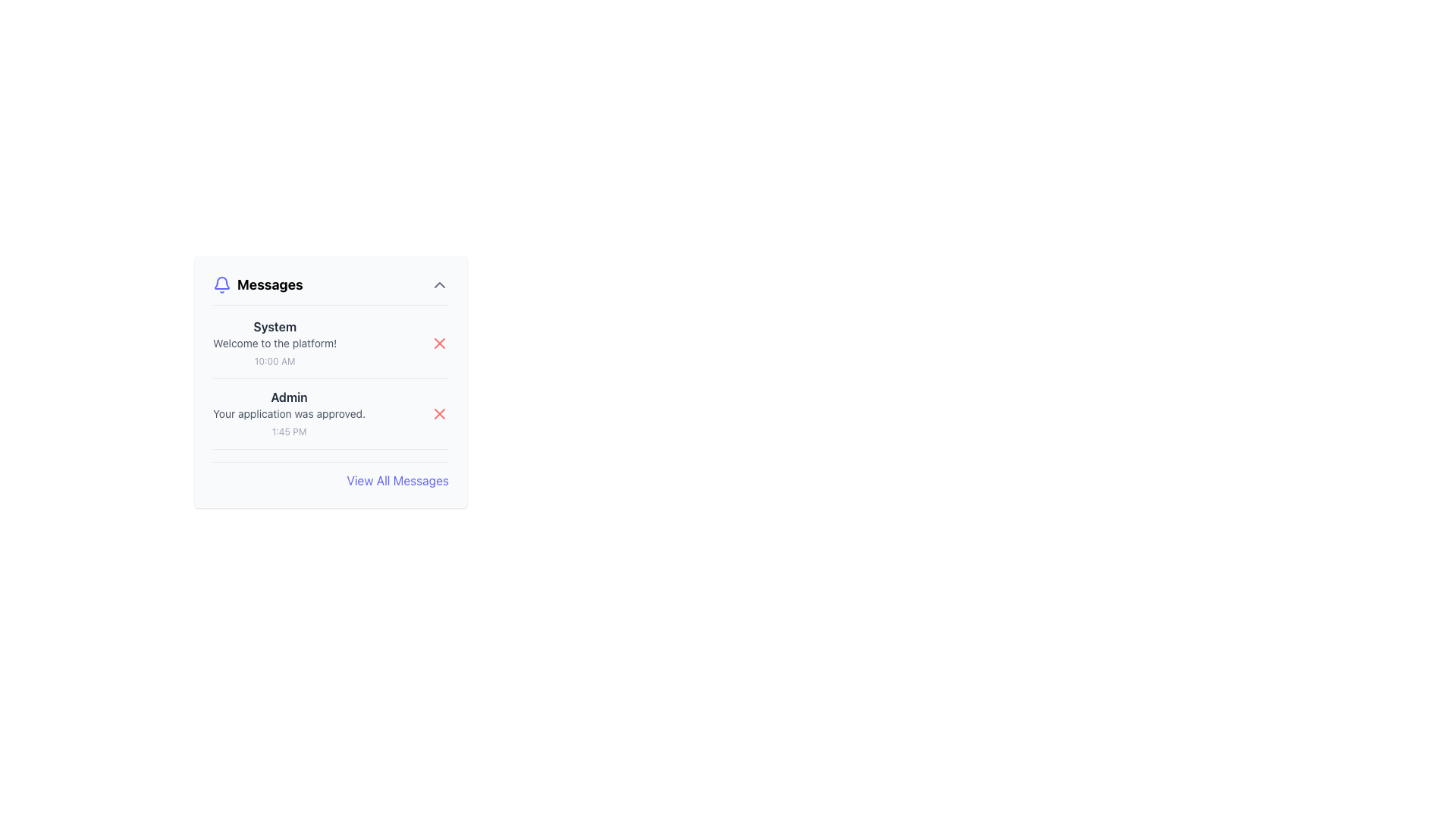 This screenshot has width=1456, height=819. Describe the element at coordinates (221, 284) in the screenshot. I see `the notification bell icon with an indigo color outline located to the left of the text 'Messages' in the Messages section` at that location.